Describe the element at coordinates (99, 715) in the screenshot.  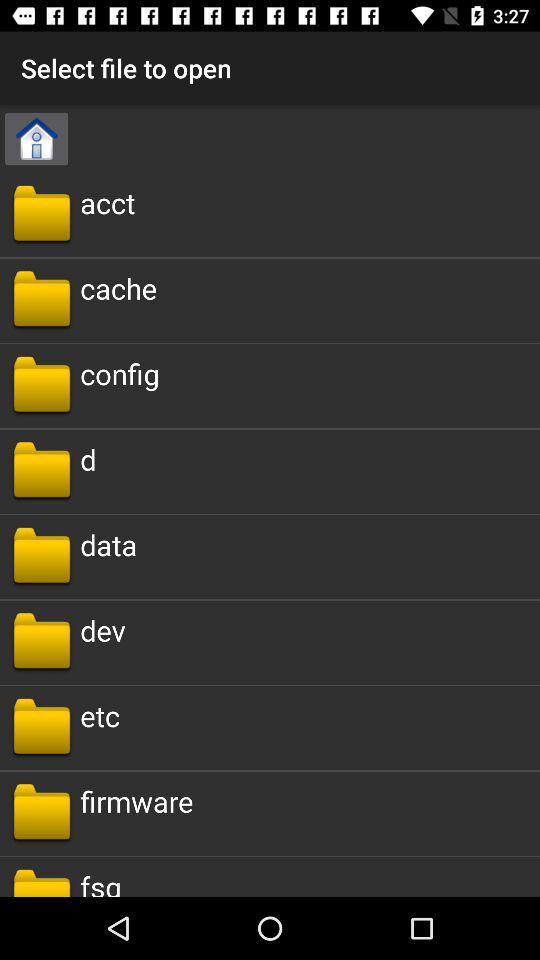
I see `the item above the firmware` at that location.